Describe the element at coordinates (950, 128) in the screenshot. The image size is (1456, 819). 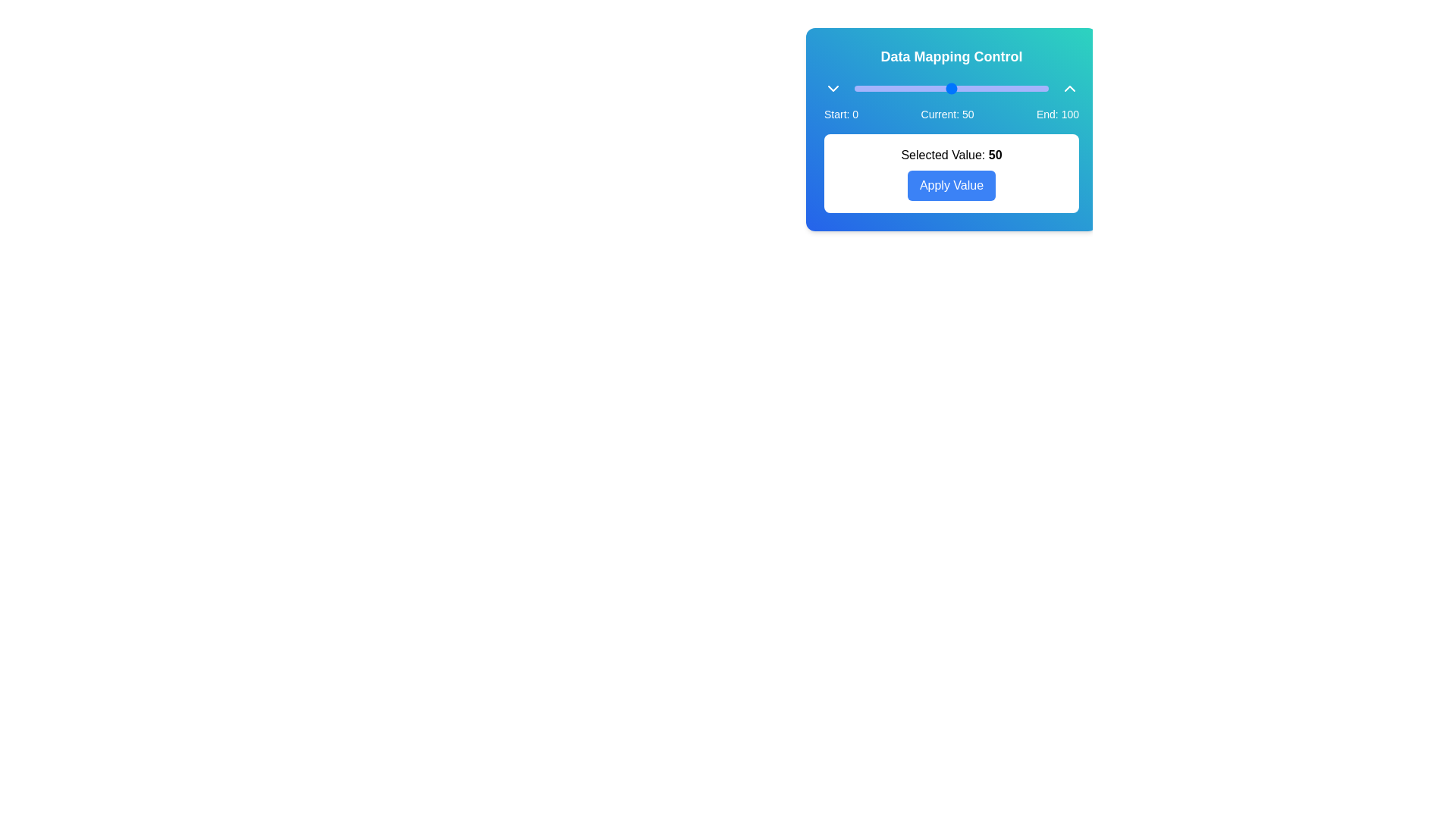
I see `the 'Apply Value' button of the interactive control widget used for setting data values, confirming the selected value adjustment` at that location.